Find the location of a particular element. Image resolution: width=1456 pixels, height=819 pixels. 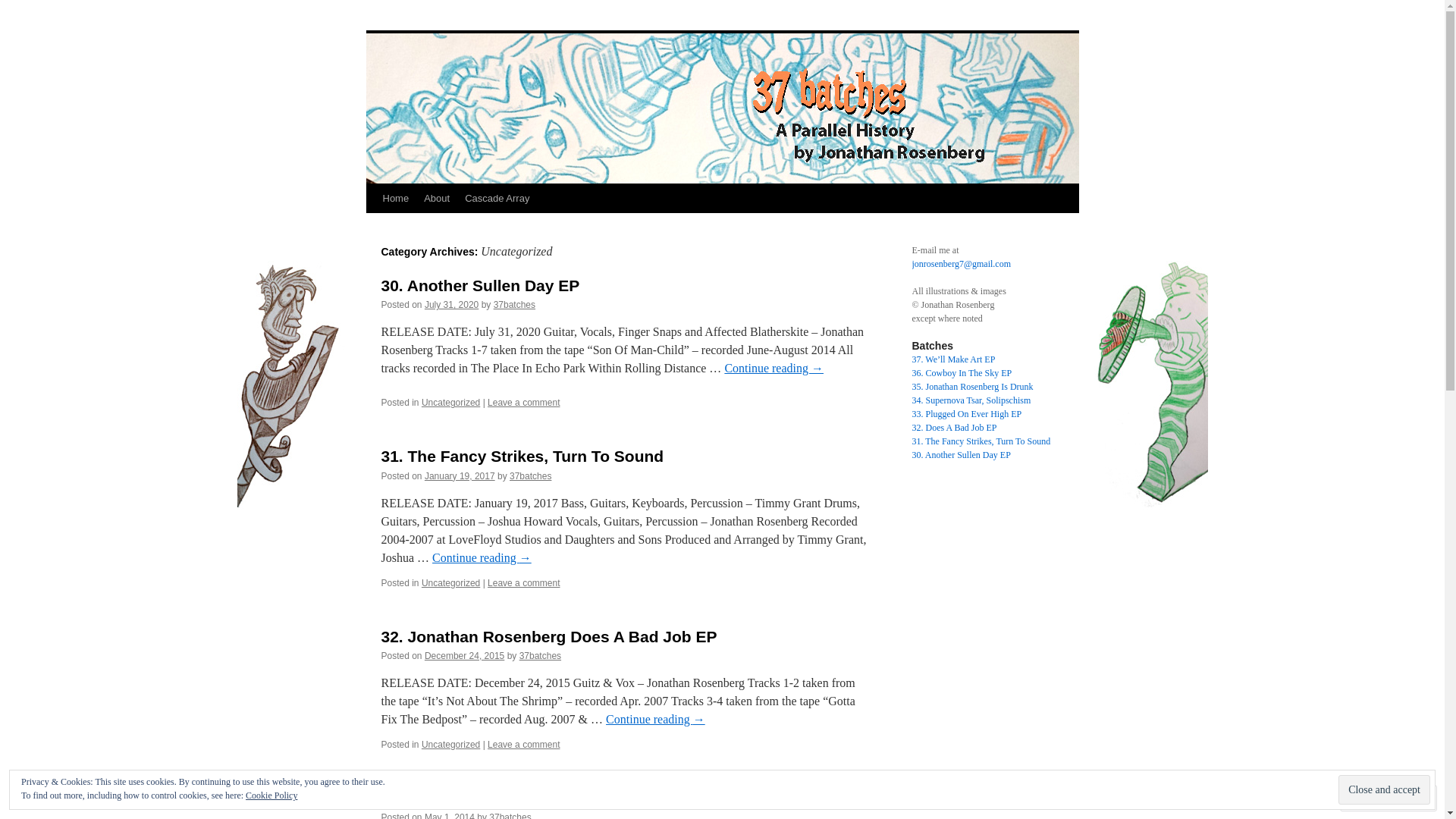

'December 24, 2015' is located at coordinates (463, 654).